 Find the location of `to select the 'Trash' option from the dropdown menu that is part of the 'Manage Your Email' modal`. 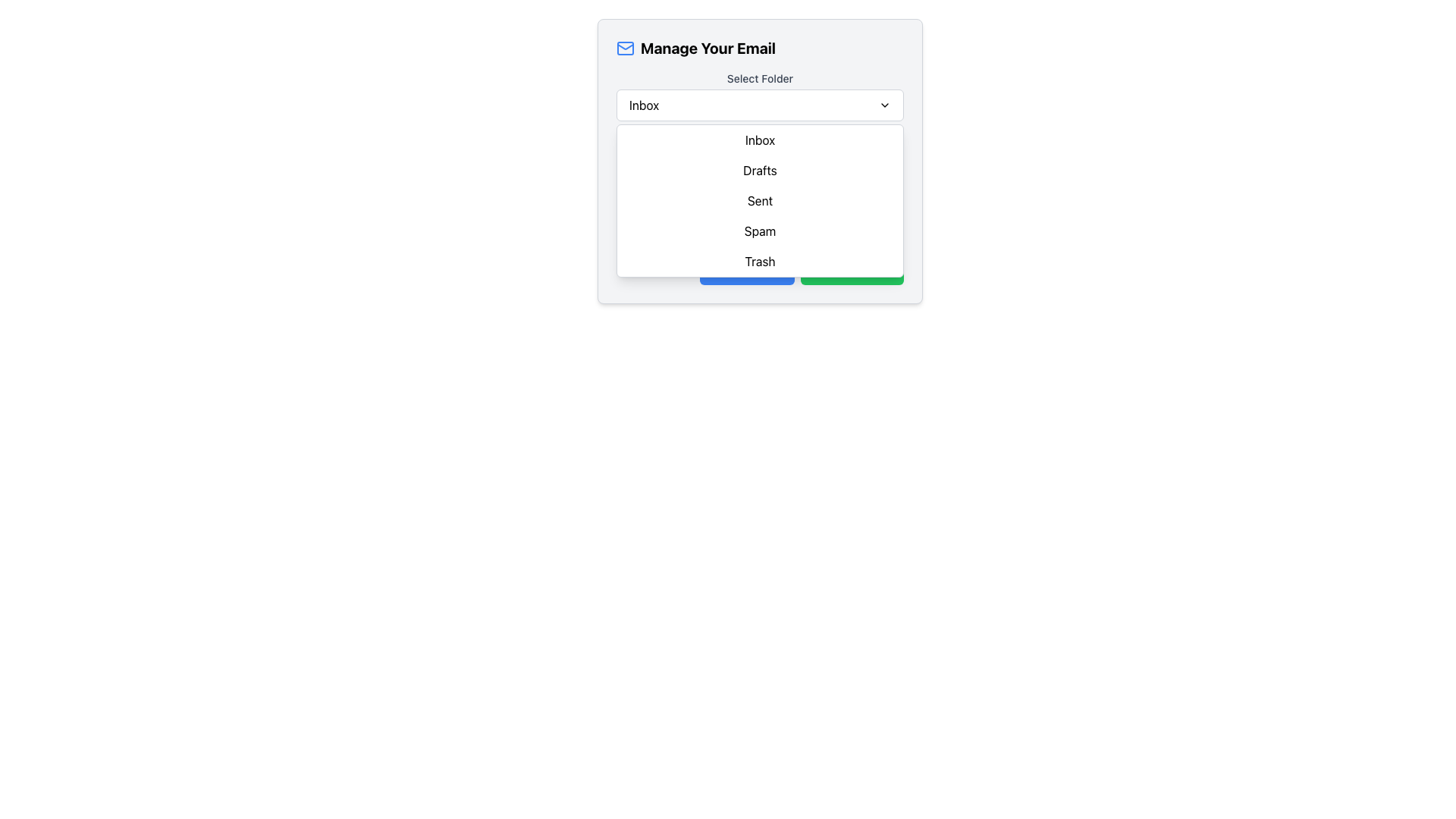

to select the 'Trash' option from the dropdown menu that is part of the 'Manage Your Email' modal is located at coordinates (760, 260).